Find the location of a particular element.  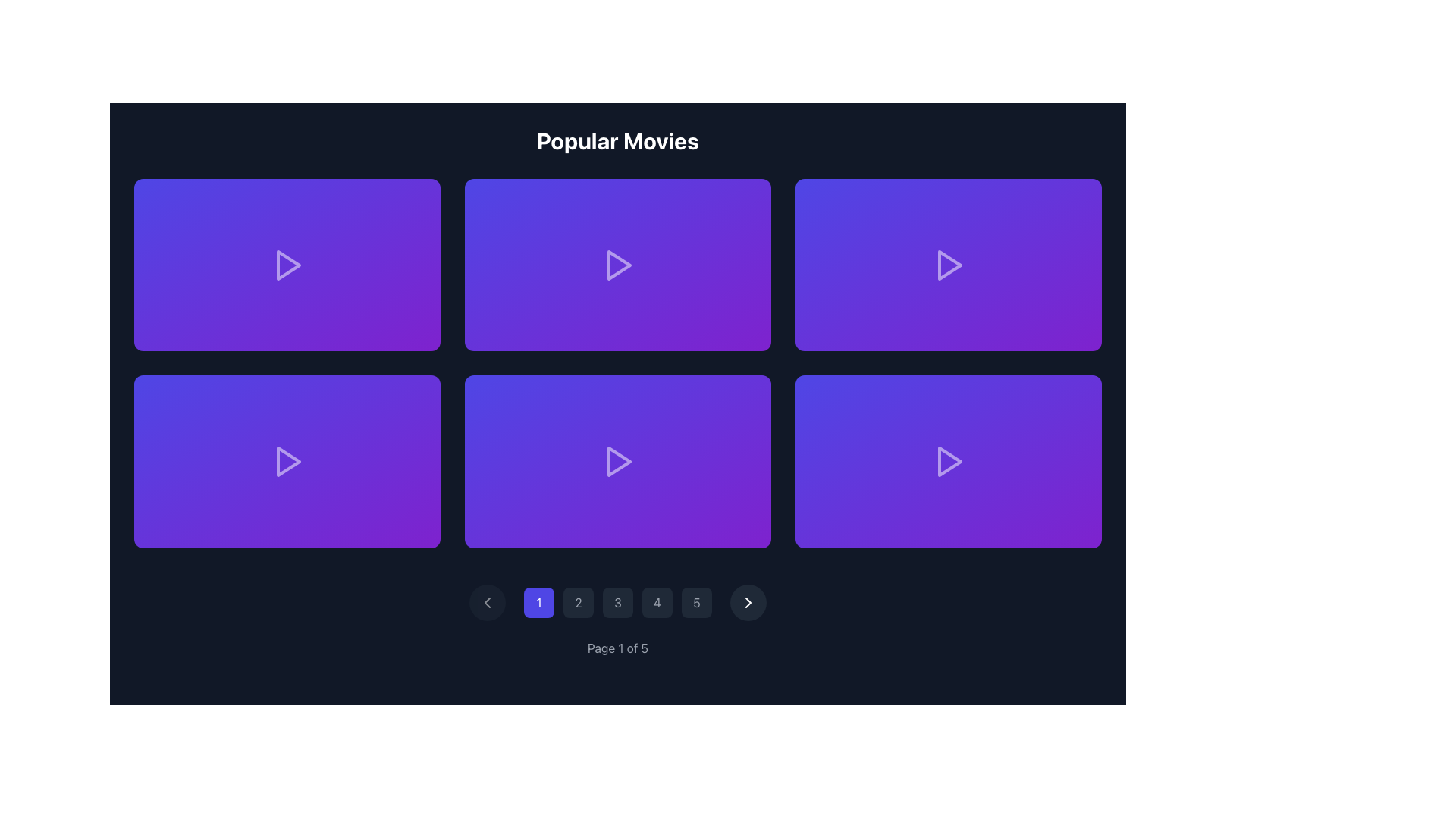

the left-arrow icon button located in the pagination control area is located at coordinates (488, 601).